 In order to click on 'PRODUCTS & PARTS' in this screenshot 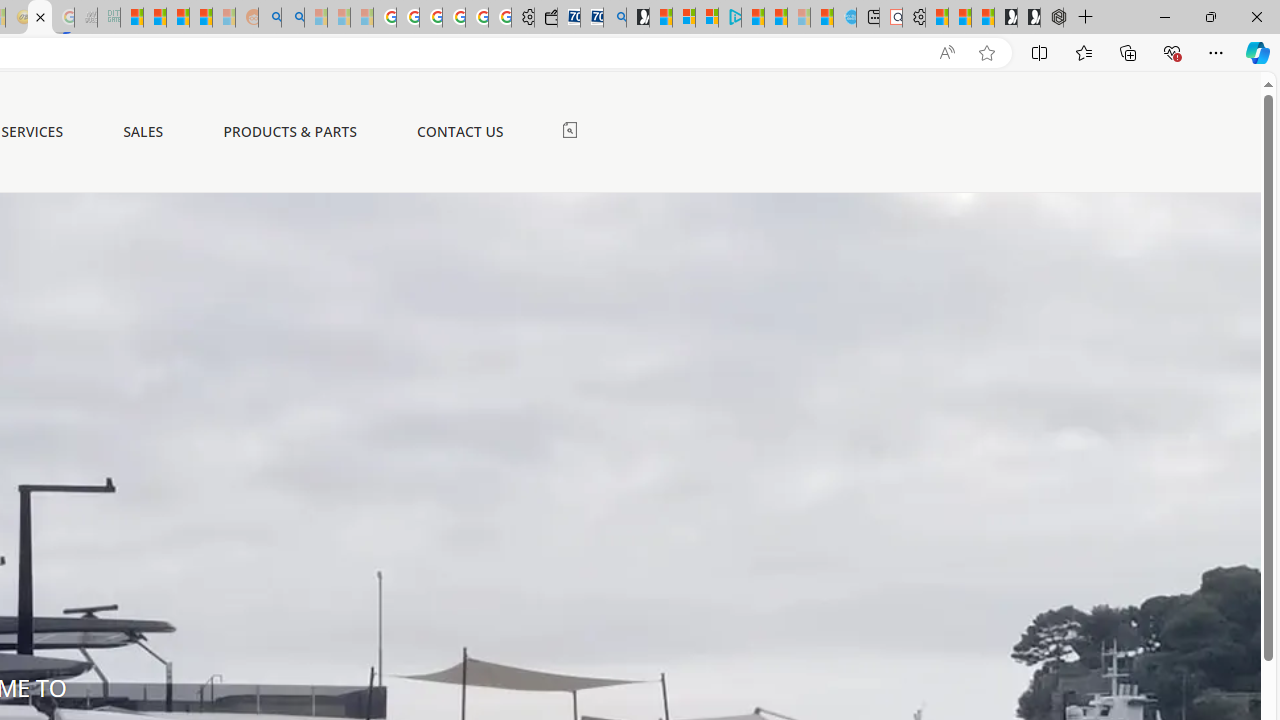, I will do `click(288, 131)`.